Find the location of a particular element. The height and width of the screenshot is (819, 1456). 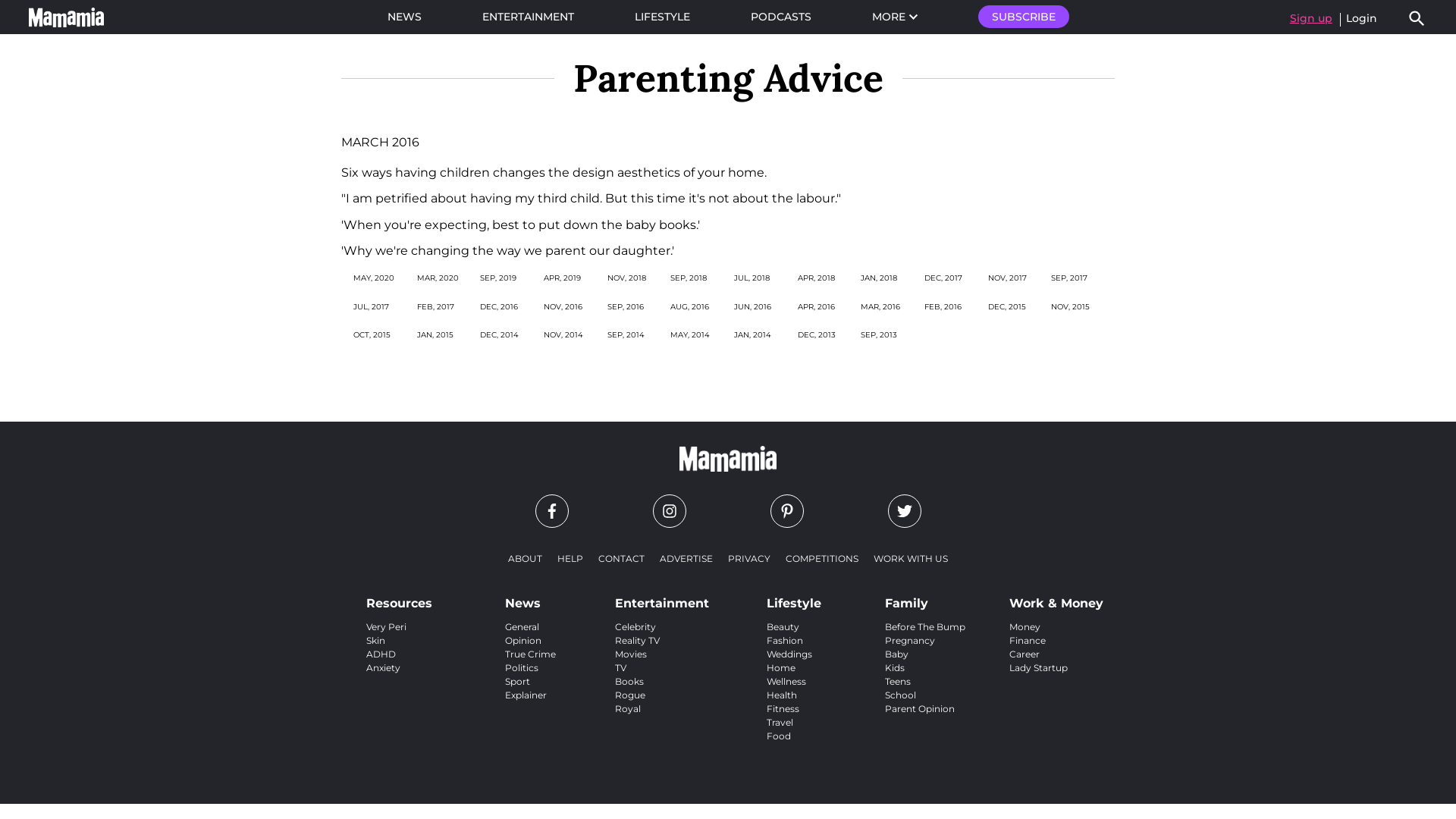

'School' is located at coordinates (884, 695).